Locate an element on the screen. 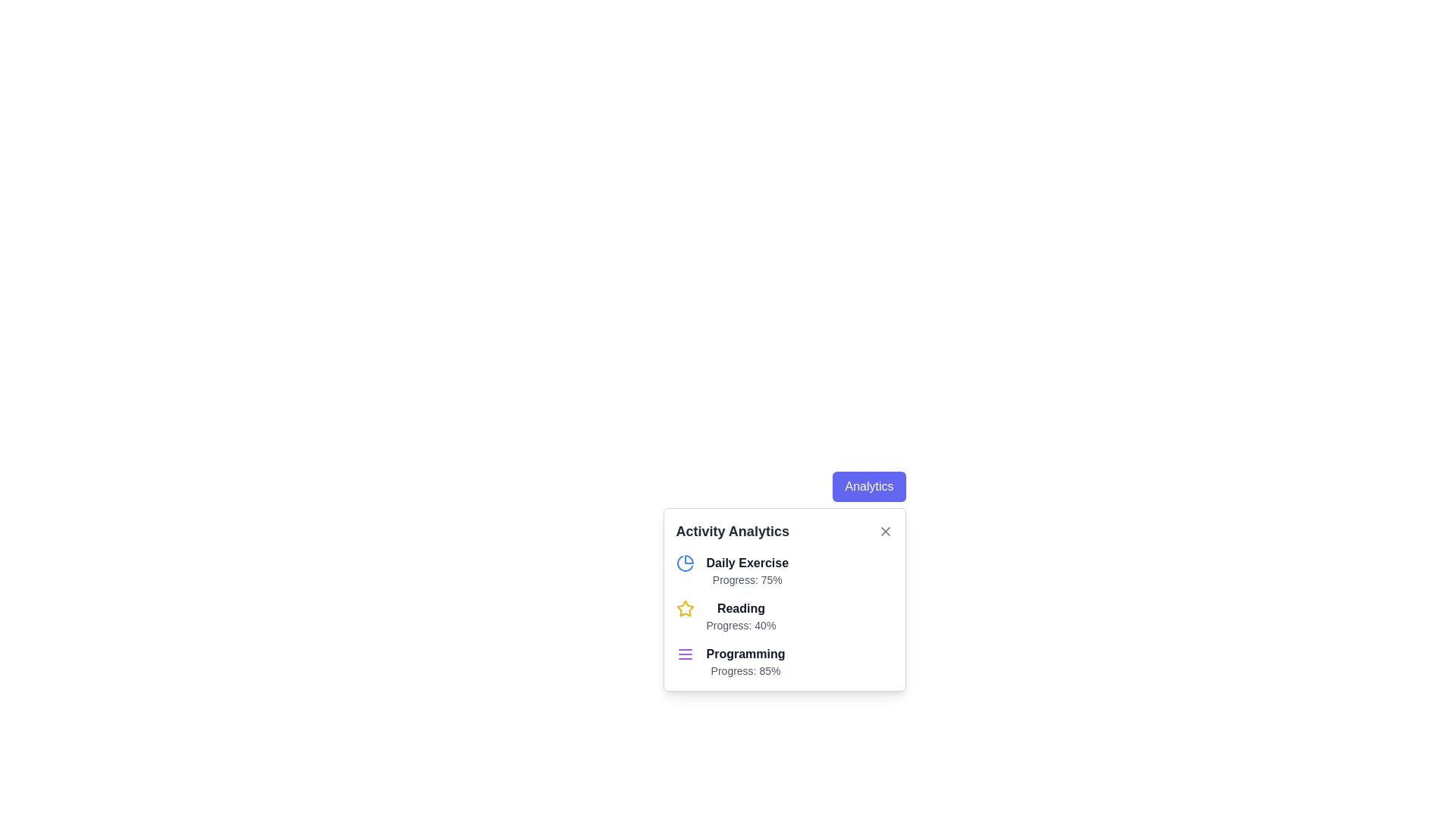 Image resolution: width=1456 pixels, height=819 pixels. progress values displayed in the 'Activity Analytics' section, which includes daily exercise, reading, and programming metrics is located at coordinates (784, 598).